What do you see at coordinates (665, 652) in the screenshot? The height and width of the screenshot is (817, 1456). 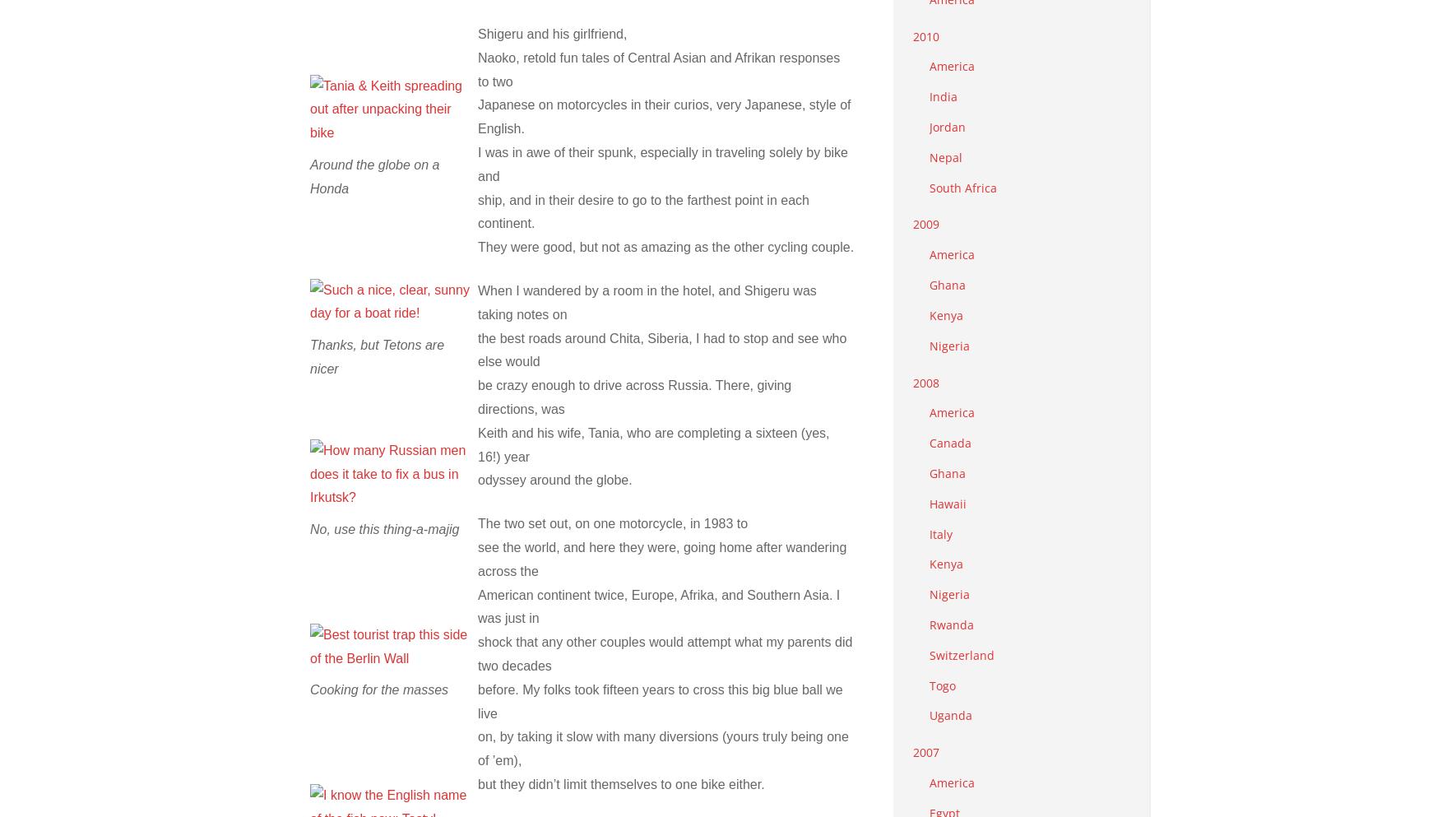 I see `'shock that any other couples would attempt what my parents did two decades'` at bounding box center [665, 652].